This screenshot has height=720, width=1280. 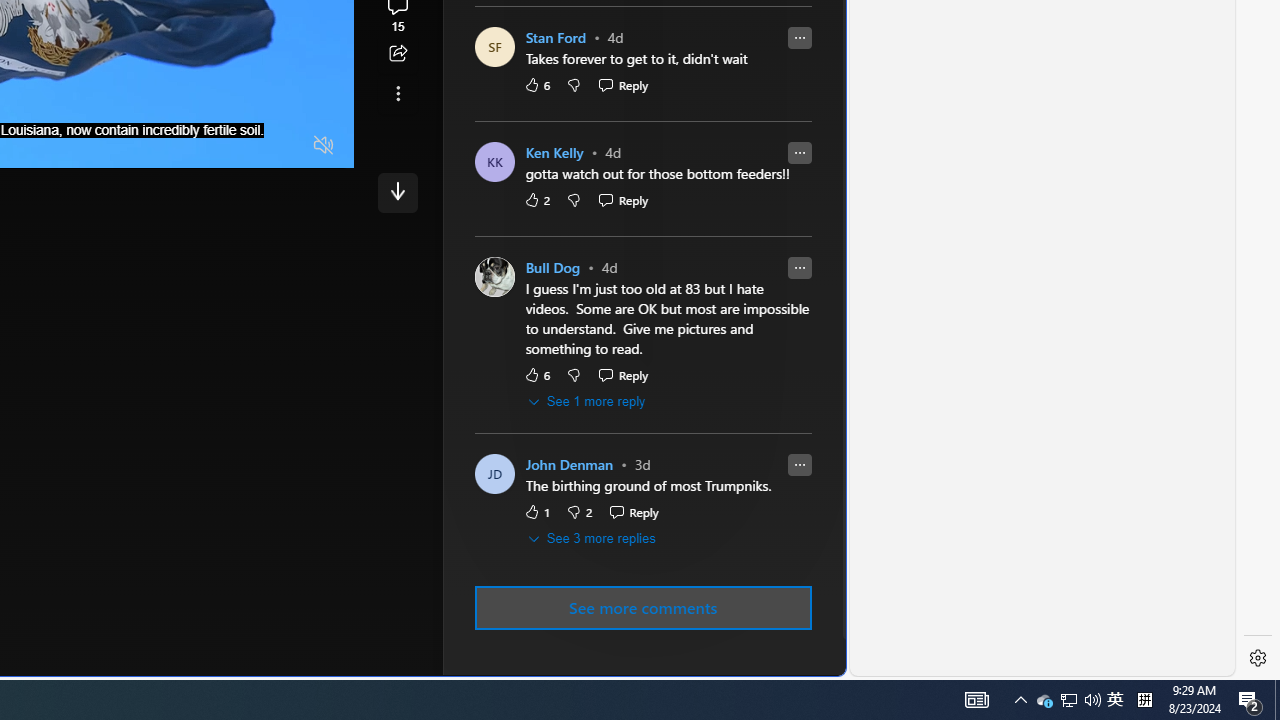 What do you see at coordinates (568, 465) in the screenshot?
I see `'John Denman'` at bounding box center [568, 465].